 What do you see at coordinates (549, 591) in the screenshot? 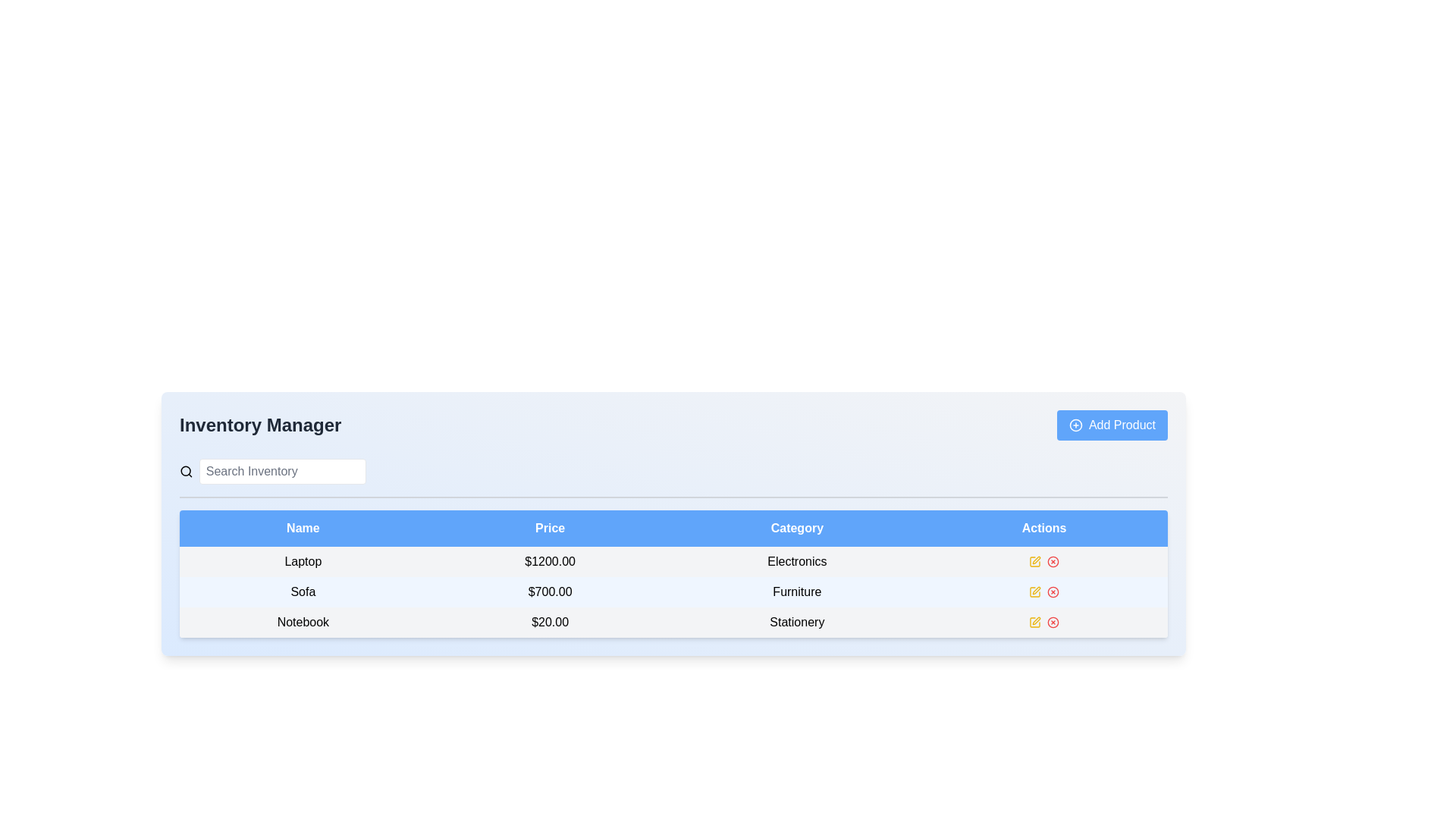
I see `the text label displaying the price '$700.00' in the 'Price' column of the 'Sofa' row in the table` at bounding box center [549, 591].